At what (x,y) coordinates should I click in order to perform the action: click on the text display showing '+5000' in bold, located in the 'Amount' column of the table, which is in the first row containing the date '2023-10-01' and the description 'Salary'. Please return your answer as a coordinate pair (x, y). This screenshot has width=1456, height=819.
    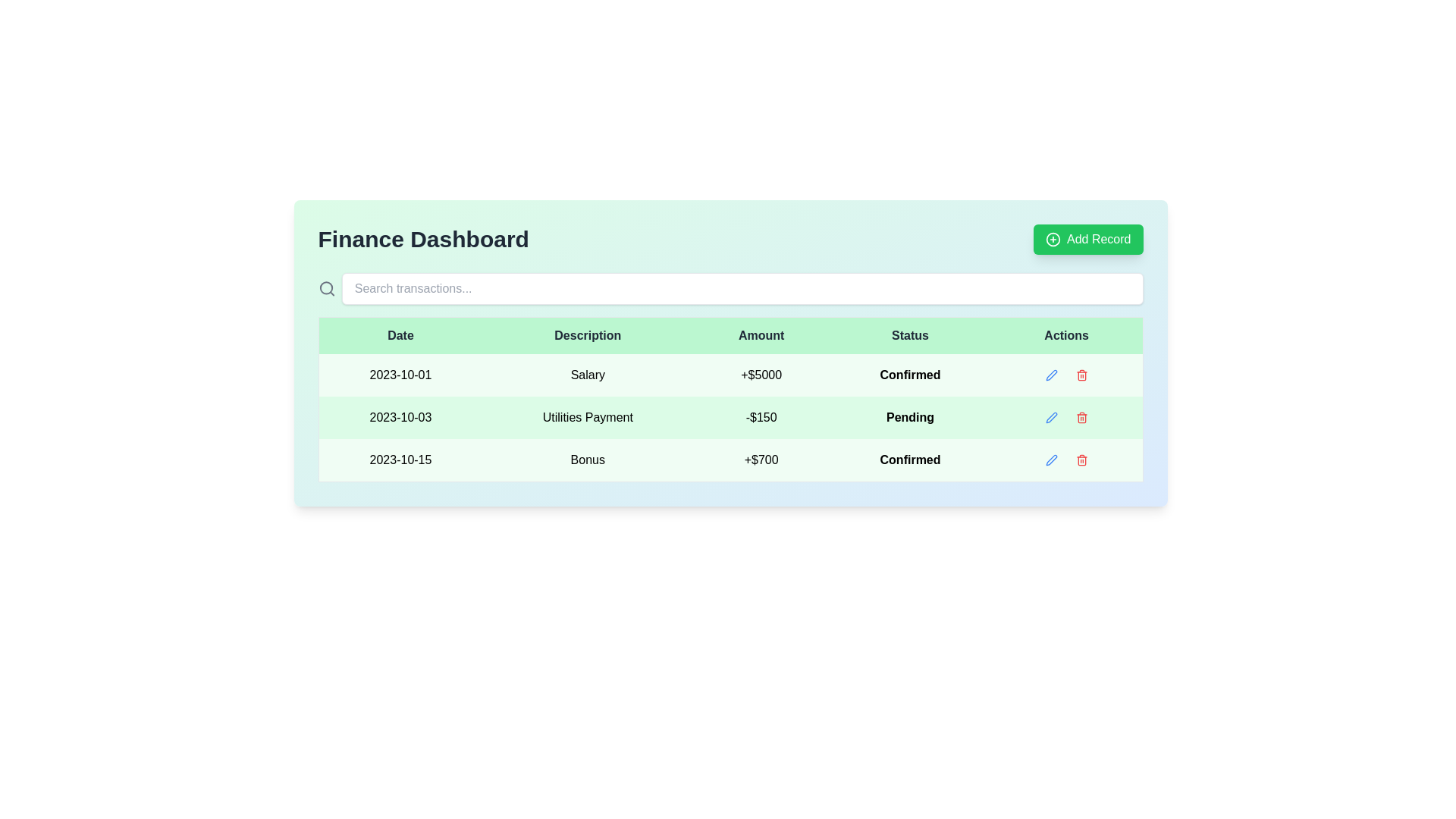
    Looking at the image, I should click on (761, 375).